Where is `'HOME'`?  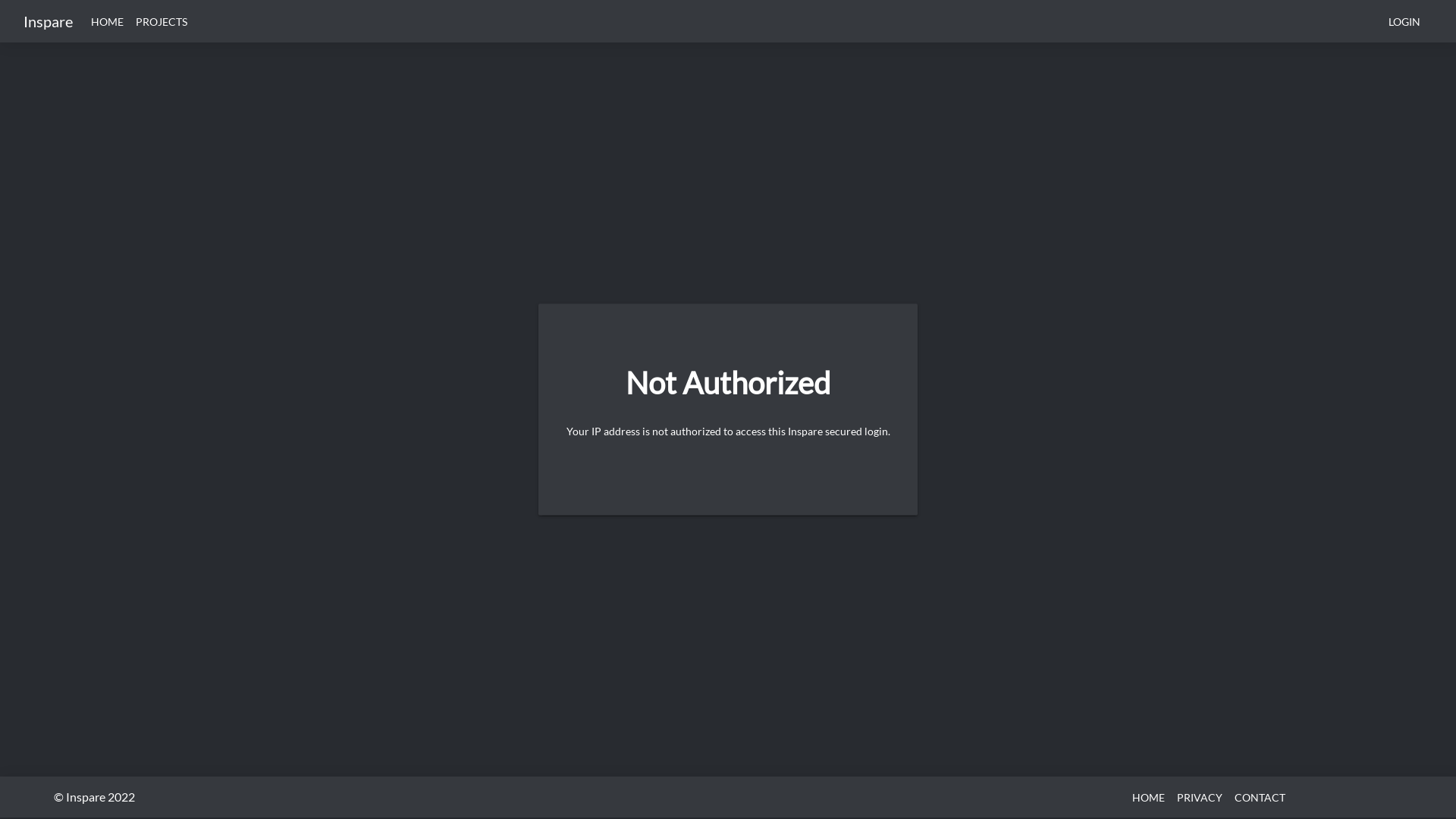
'HOME' is located at coordinates (1148, 795).